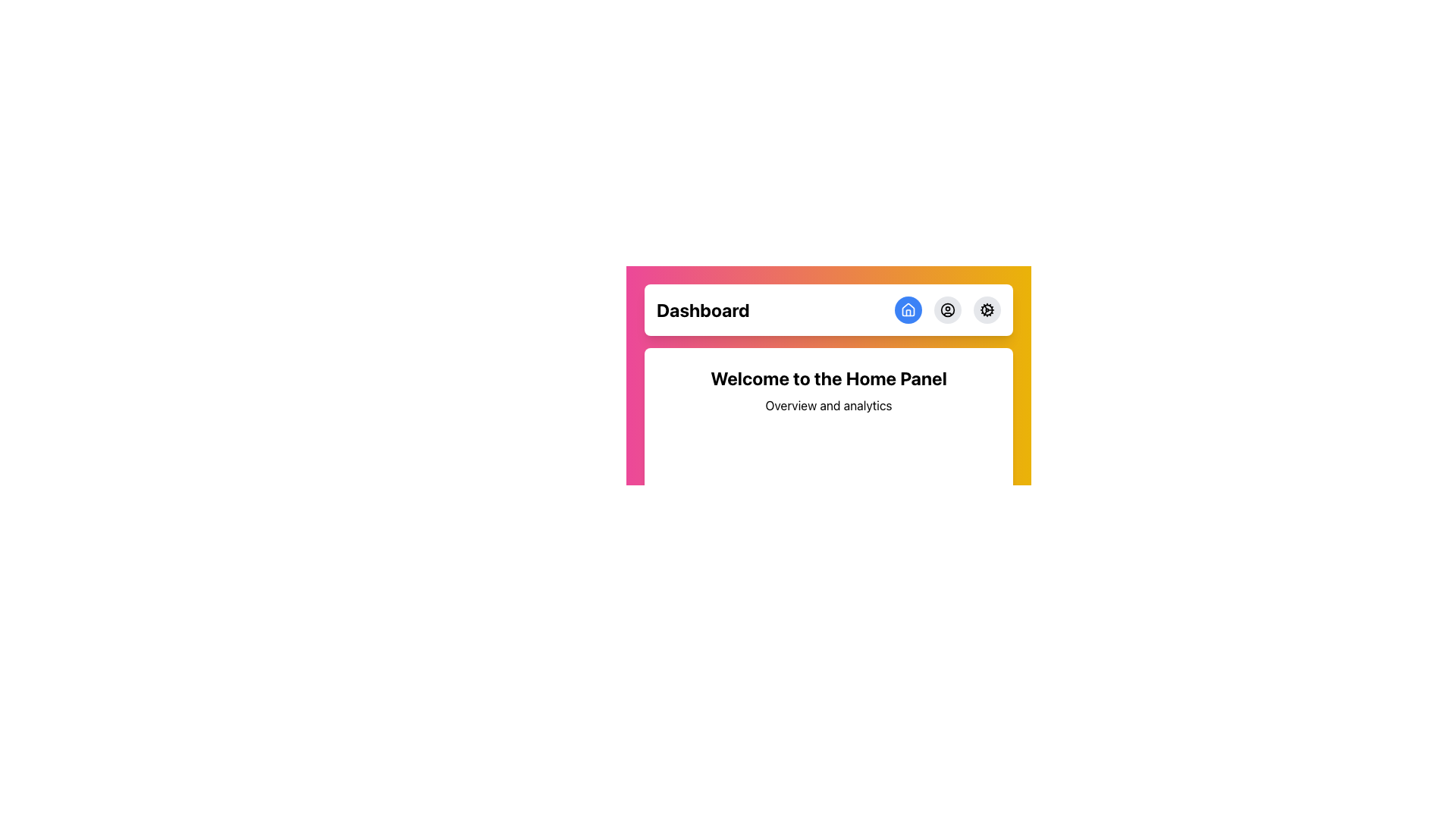 The height and width of the screenshot is (819, 1456). Describe the element at coordinates (946, 309) in the screenshot. I see `the circular button with a light gray background and user silhouette icon located on the right side of the header` at that location.